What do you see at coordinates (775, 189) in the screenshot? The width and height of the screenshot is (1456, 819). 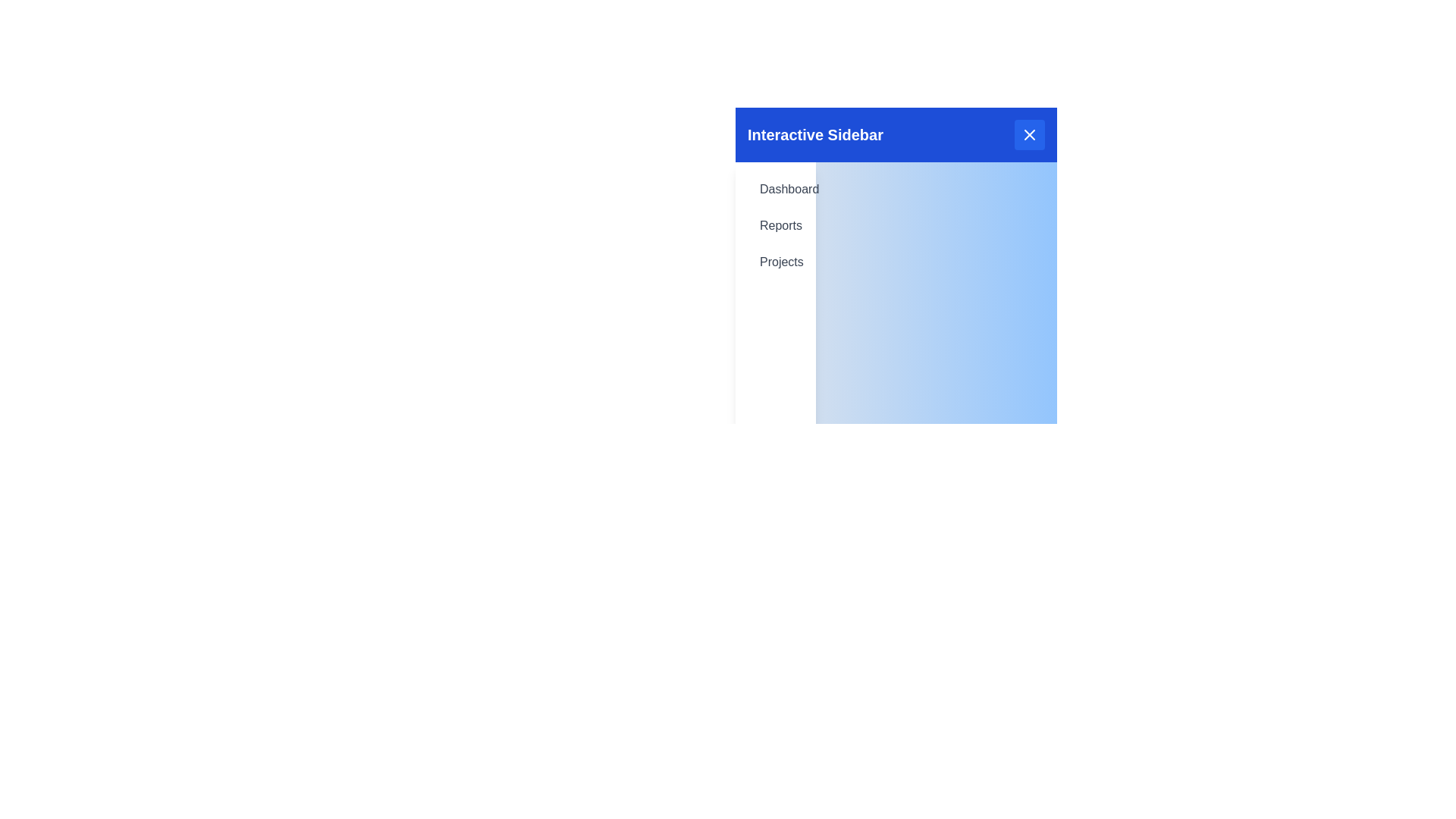 I see `the menu item Dashboard in the sidebar` at bounding box center [775, 189].